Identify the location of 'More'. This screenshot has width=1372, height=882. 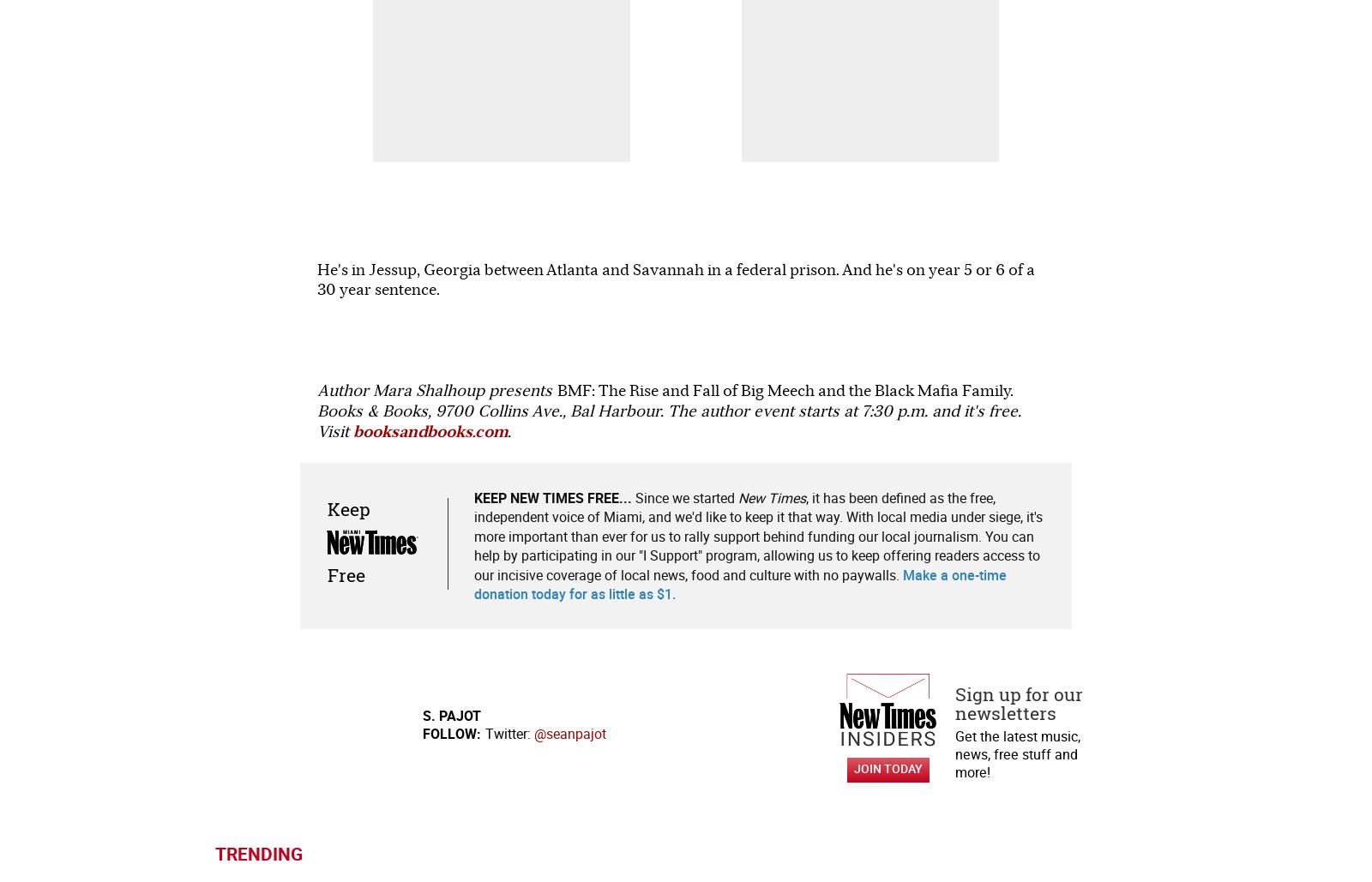
(776, 586).